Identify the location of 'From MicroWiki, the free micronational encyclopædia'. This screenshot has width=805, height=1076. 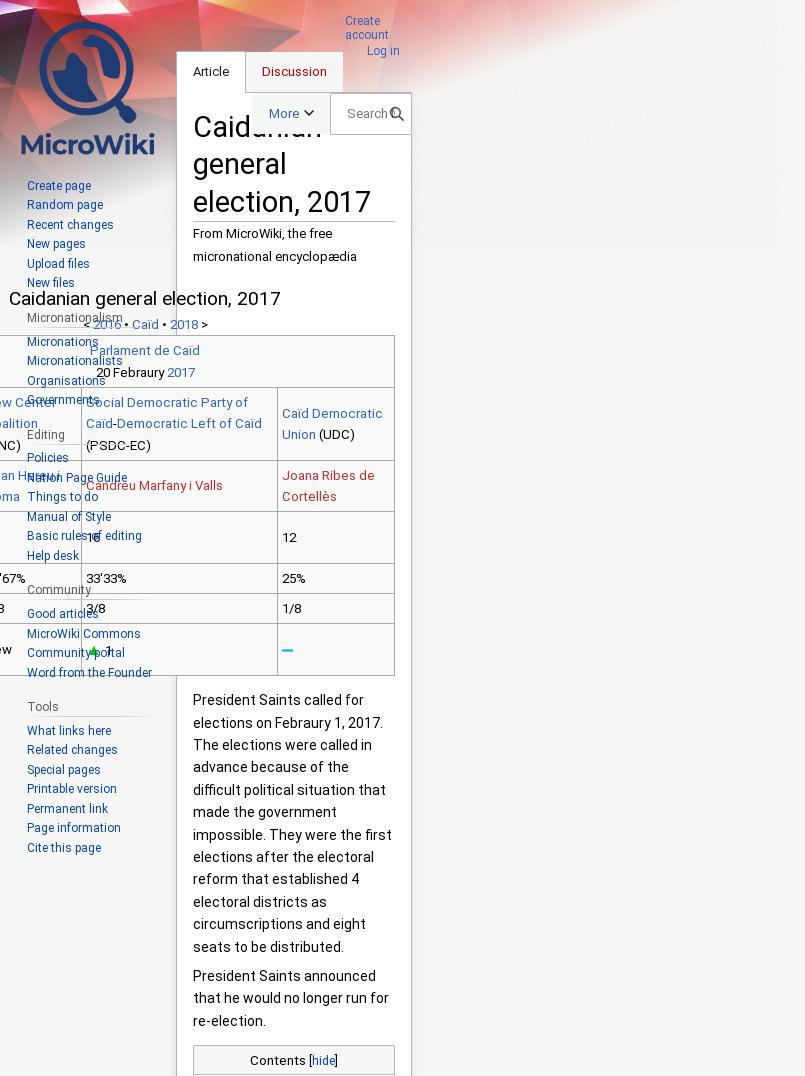
(274, 244).